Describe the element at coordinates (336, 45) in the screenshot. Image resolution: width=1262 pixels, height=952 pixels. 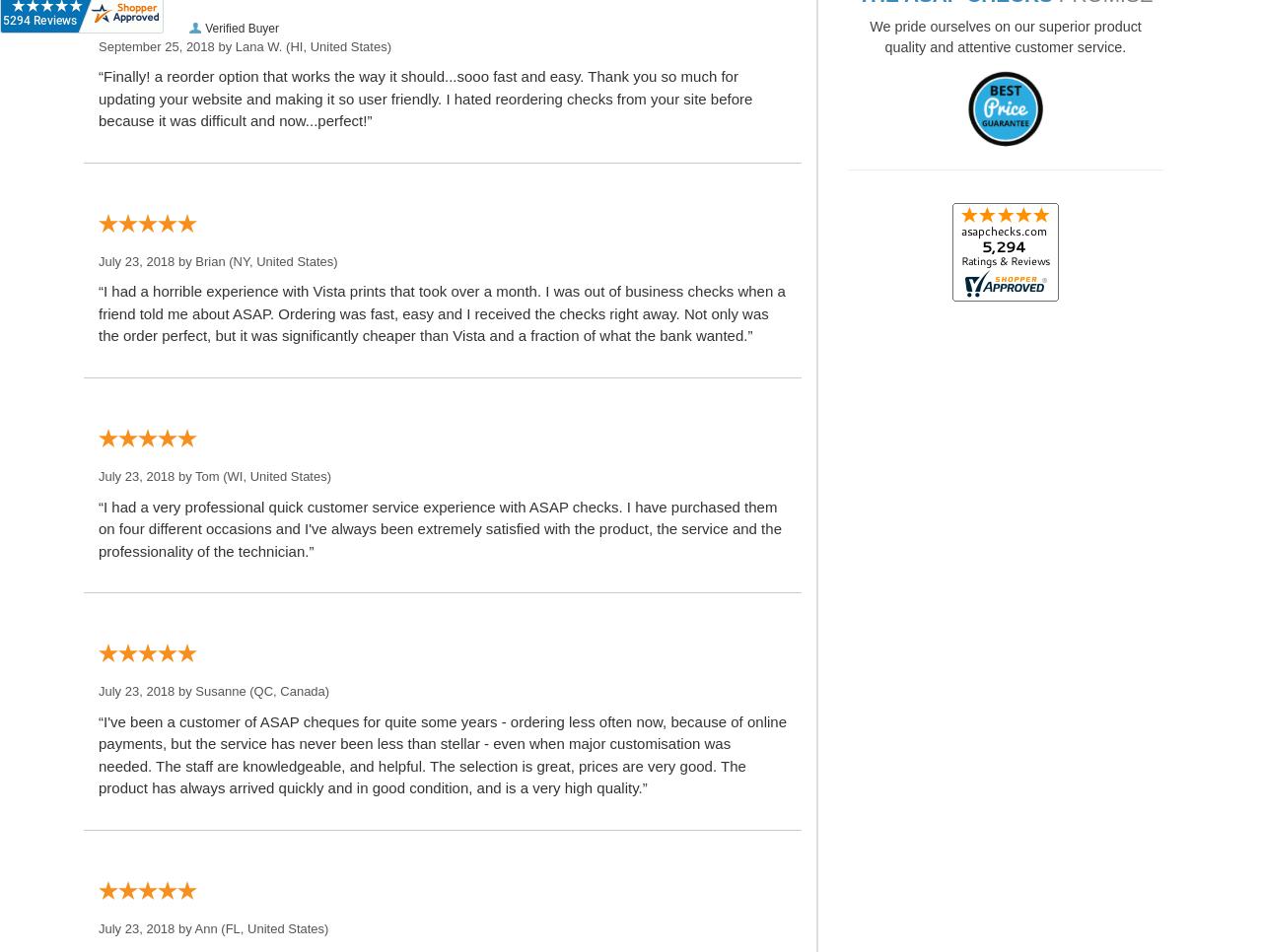
I see `'(HI, United States)'` at that location.